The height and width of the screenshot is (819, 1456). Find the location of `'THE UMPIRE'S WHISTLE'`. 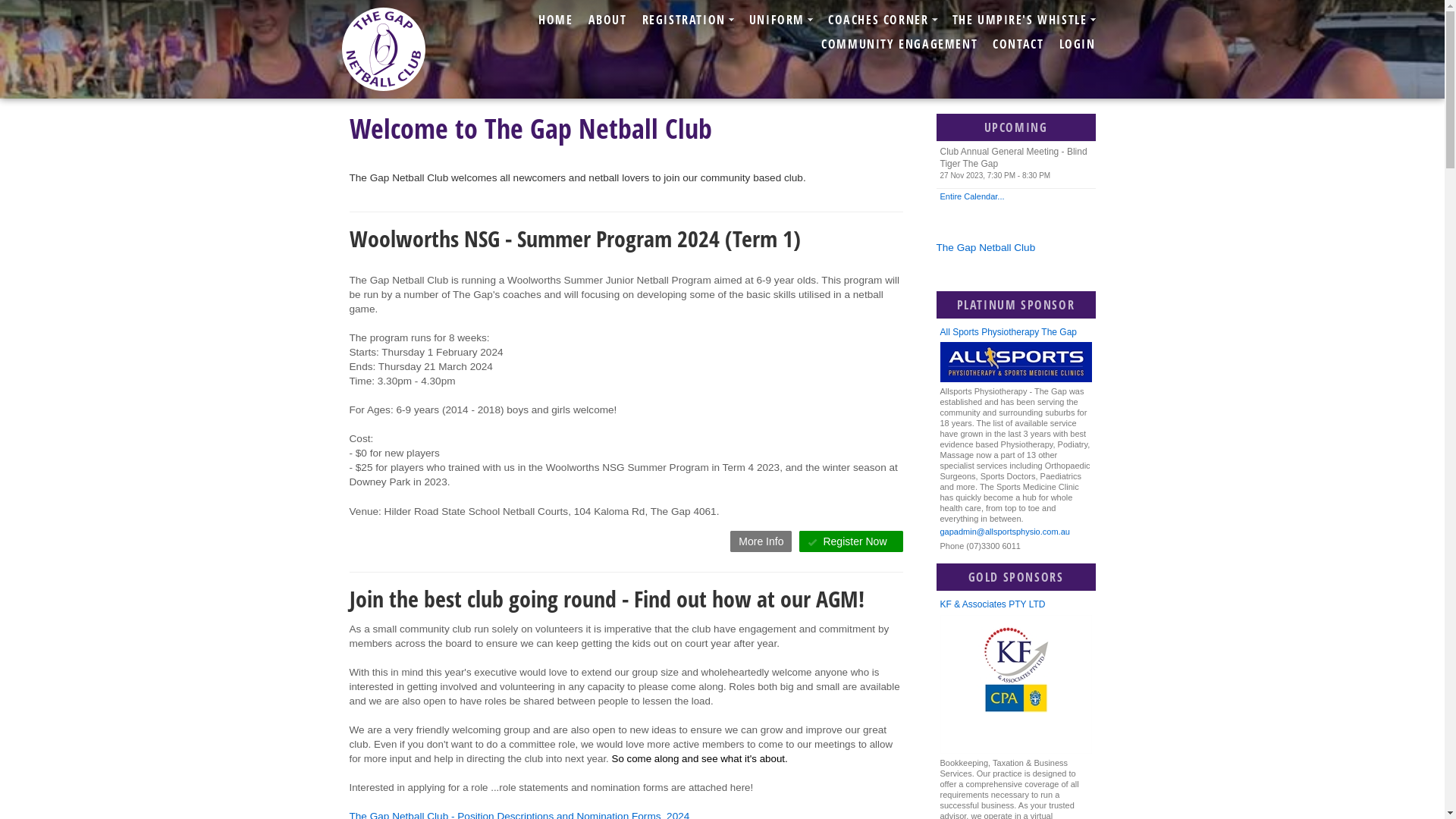

'THE UMPIRE'S WHISTLE' is located at coordinates (1024, 20).